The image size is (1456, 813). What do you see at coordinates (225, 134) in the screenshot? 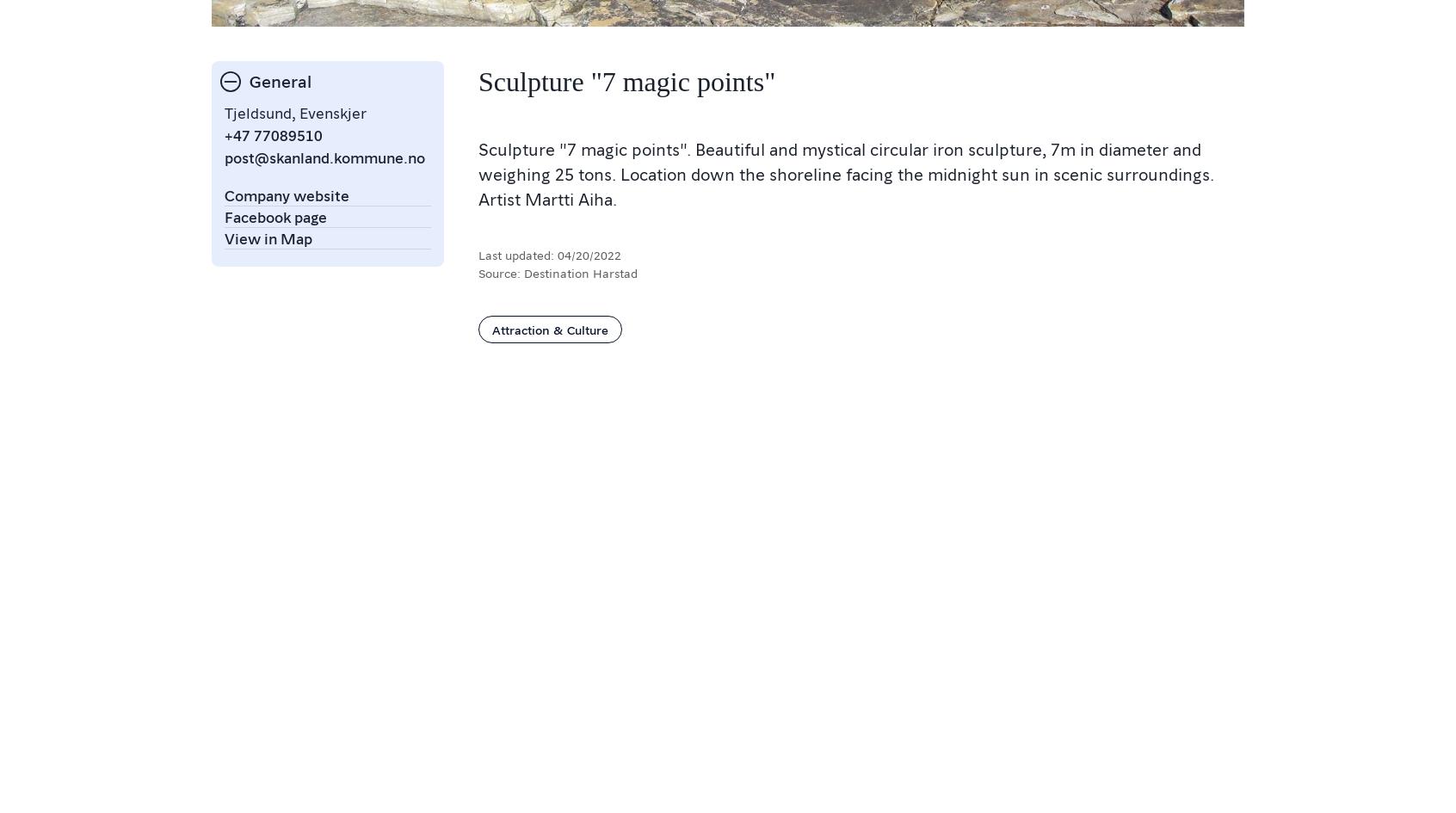
I see `'+47 77089510'` at bounding box center [225, 134].